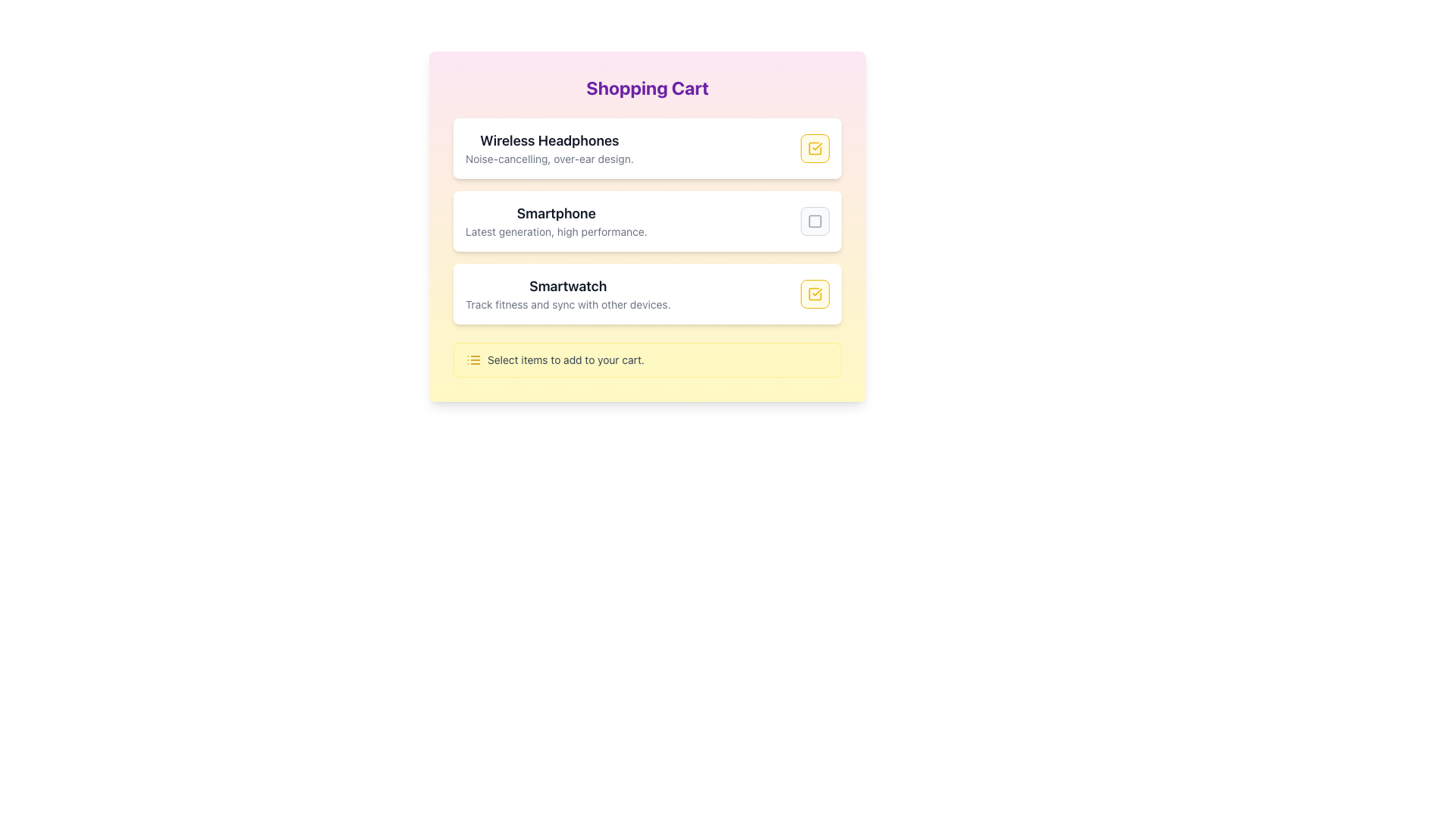  What do you see at coordinates (648, 227) in the screenshot?
I see `the shopping cart display section, which showcases multiple items and provides user interaction options` at bounding box center [648, 227].